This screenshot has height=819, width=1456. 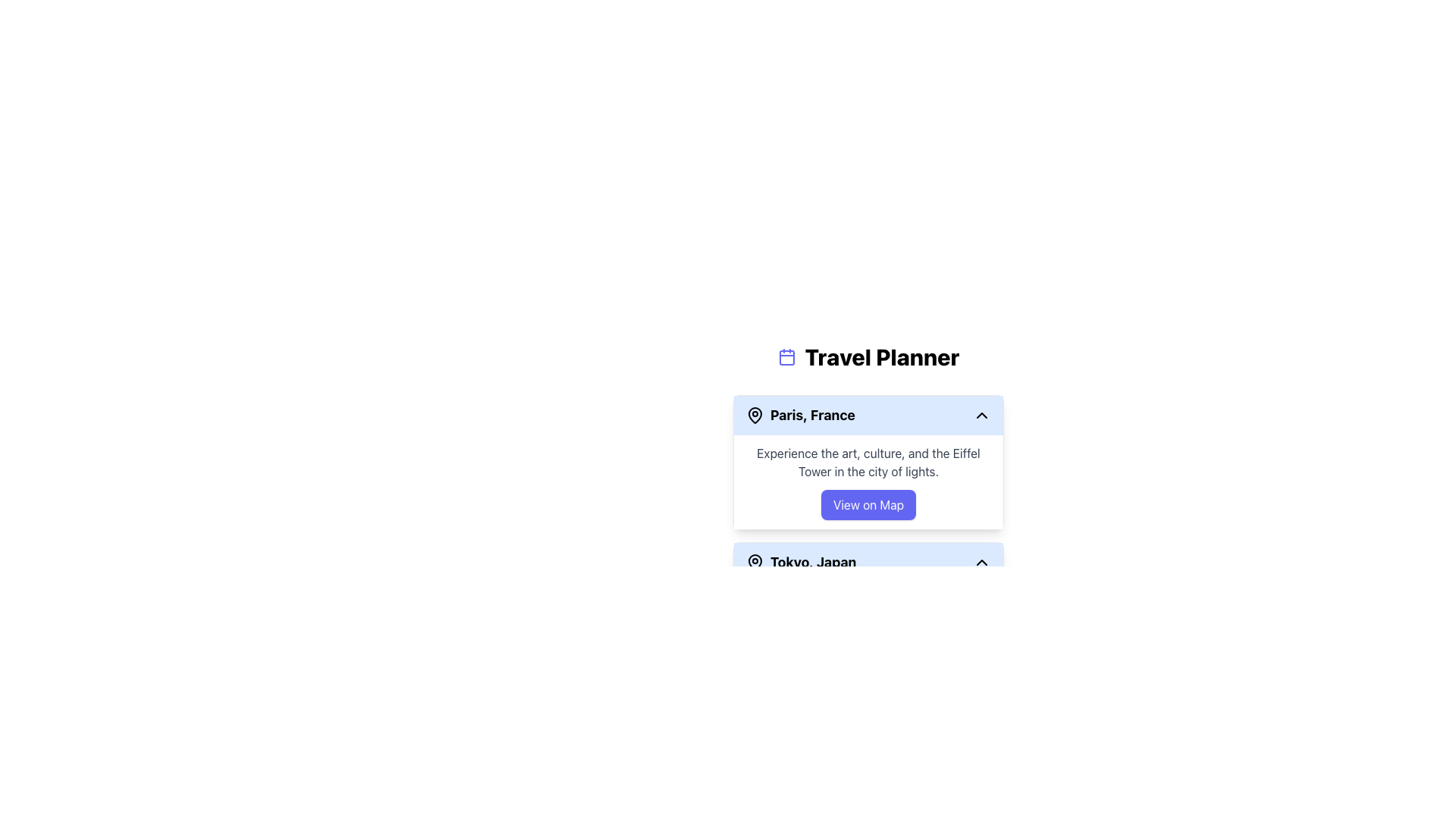 What do you see at coordinates (982, 415) in the screenshot?
I see `the small black upward-facing chevron icon located at the far right of the 'Paris, France' header row` at bounding box center [982, 415].